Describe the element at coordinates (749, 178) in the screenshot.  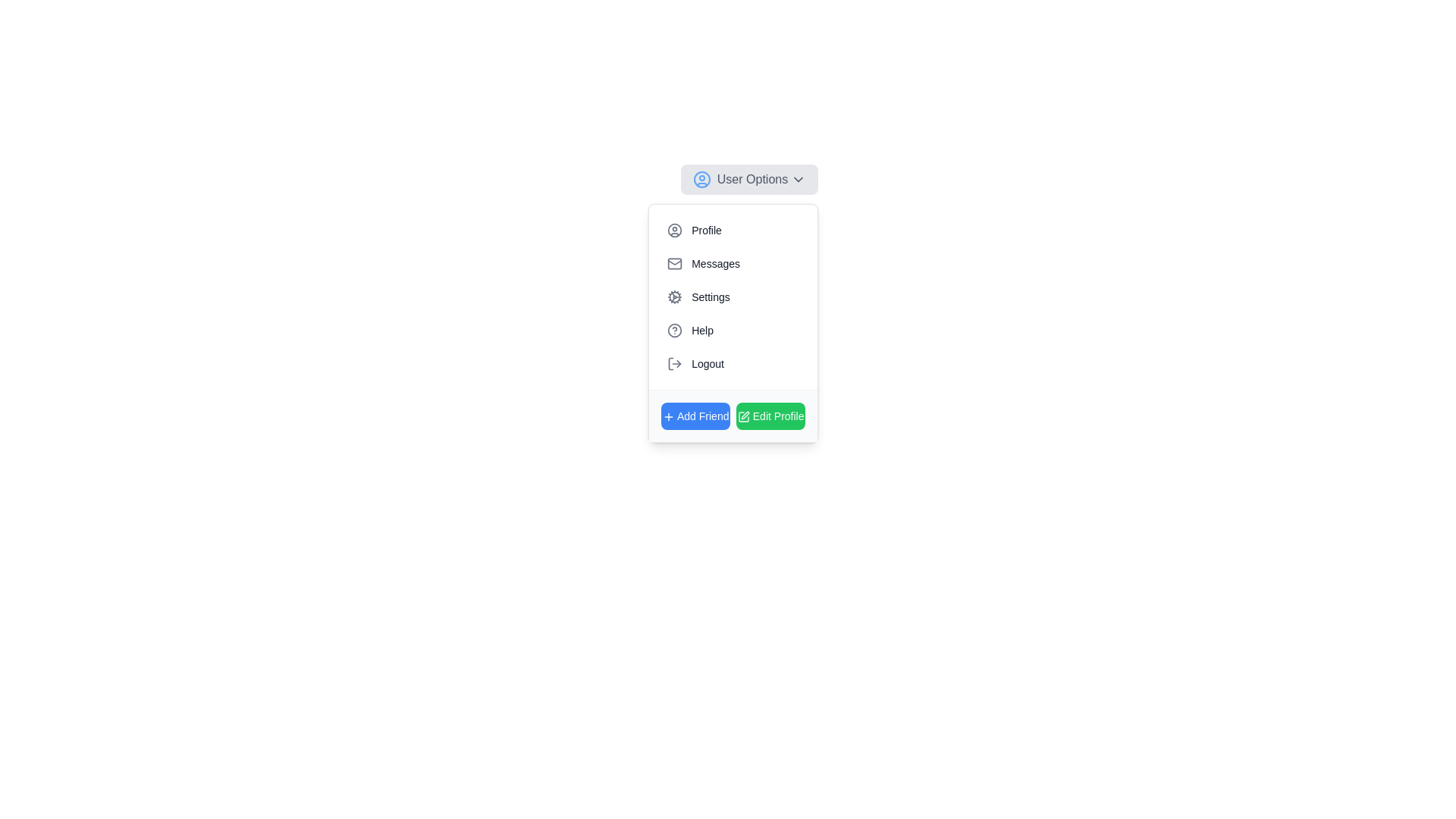
I see `the 'User Options' dropdown menu trigger, which features a user profile icon on the left and a downward-facing arrow on the right` at that location.